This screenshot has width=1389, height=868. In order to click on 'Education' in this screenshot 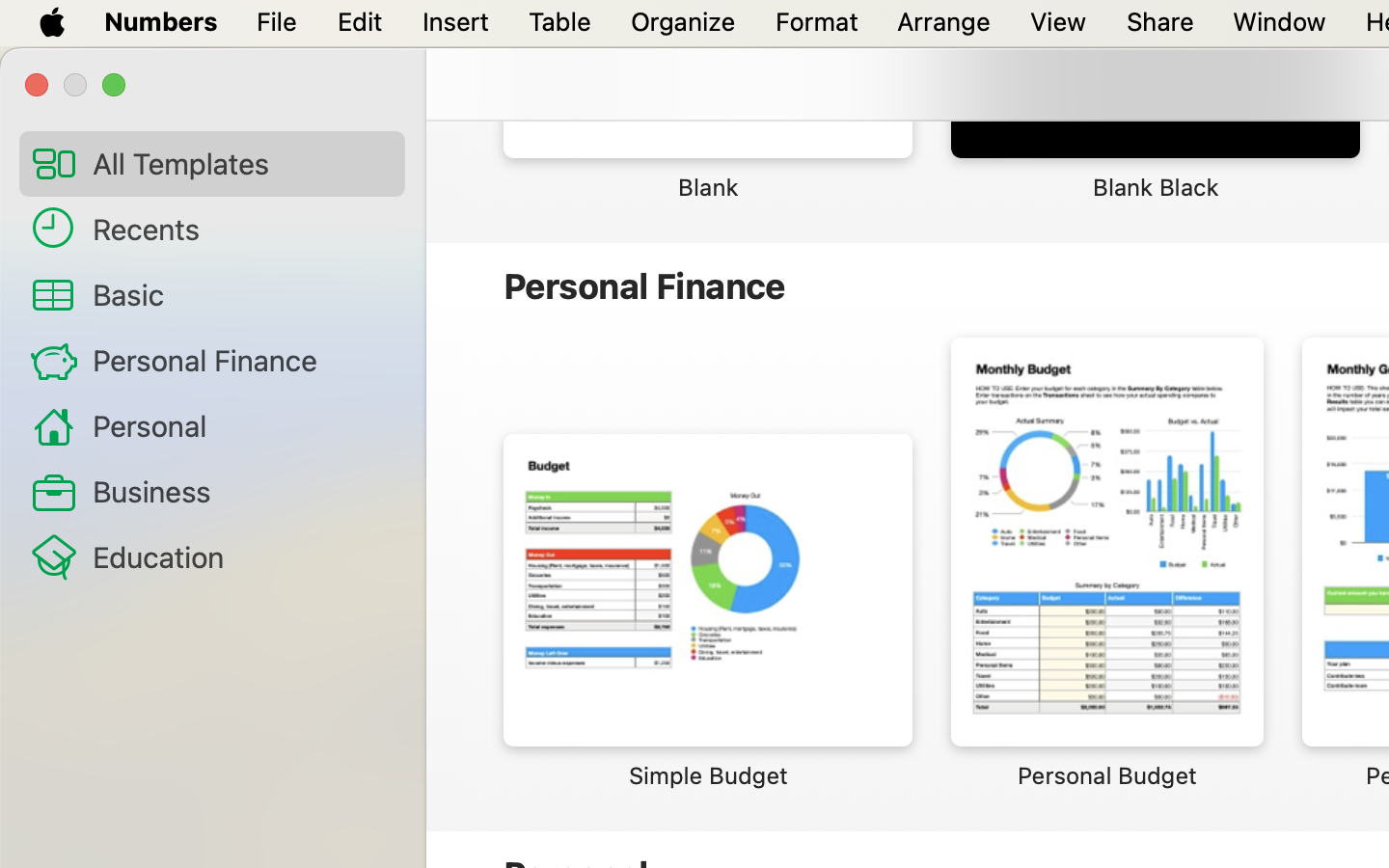, I will do `click(239, 556)`.